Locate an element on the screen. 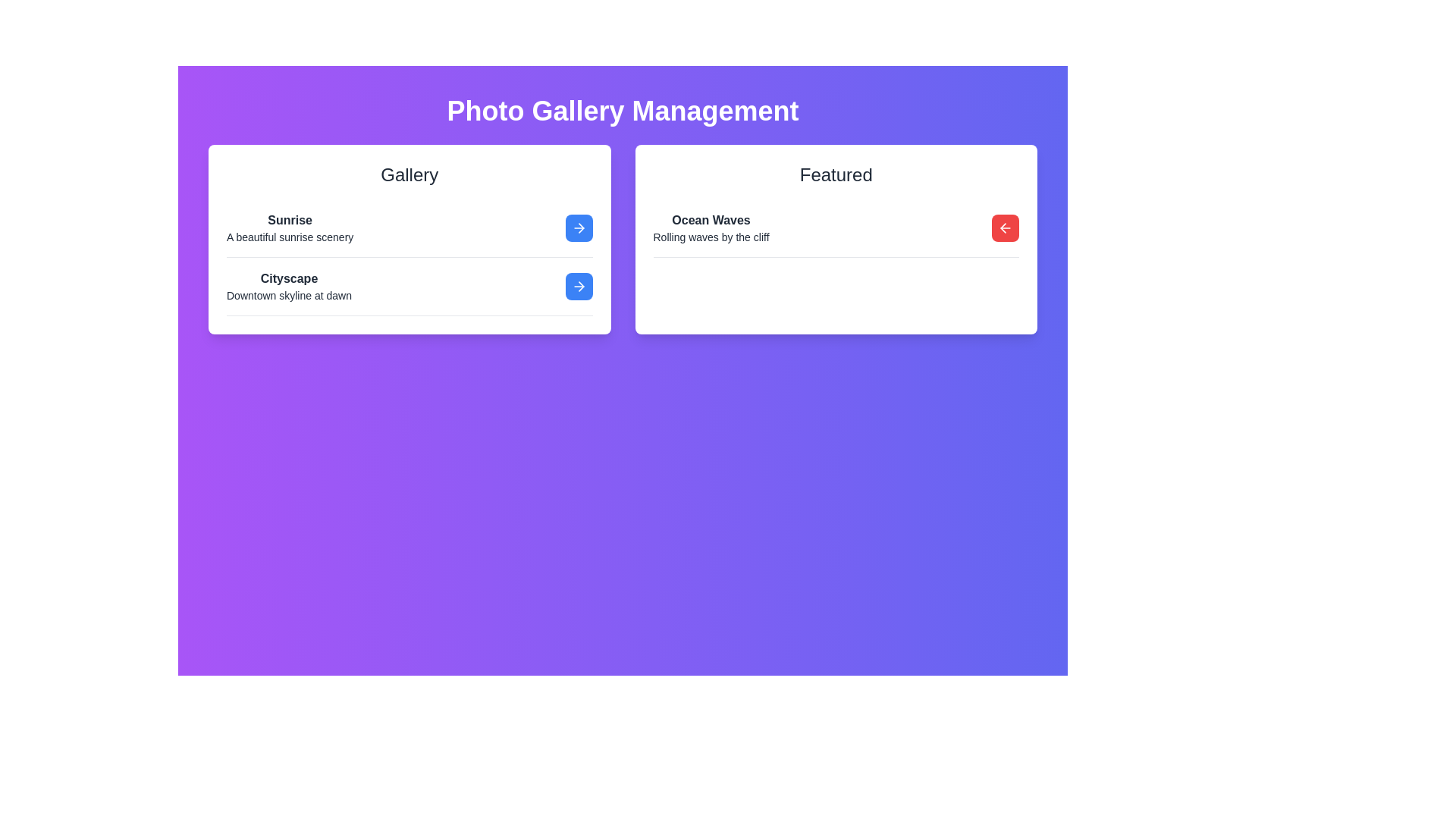 This screenshot has width=1456, height=819. the static text element titled 'Sunrise' in the left panel of the interface to identify the specific gallery item is located at coordinates (290, 220).